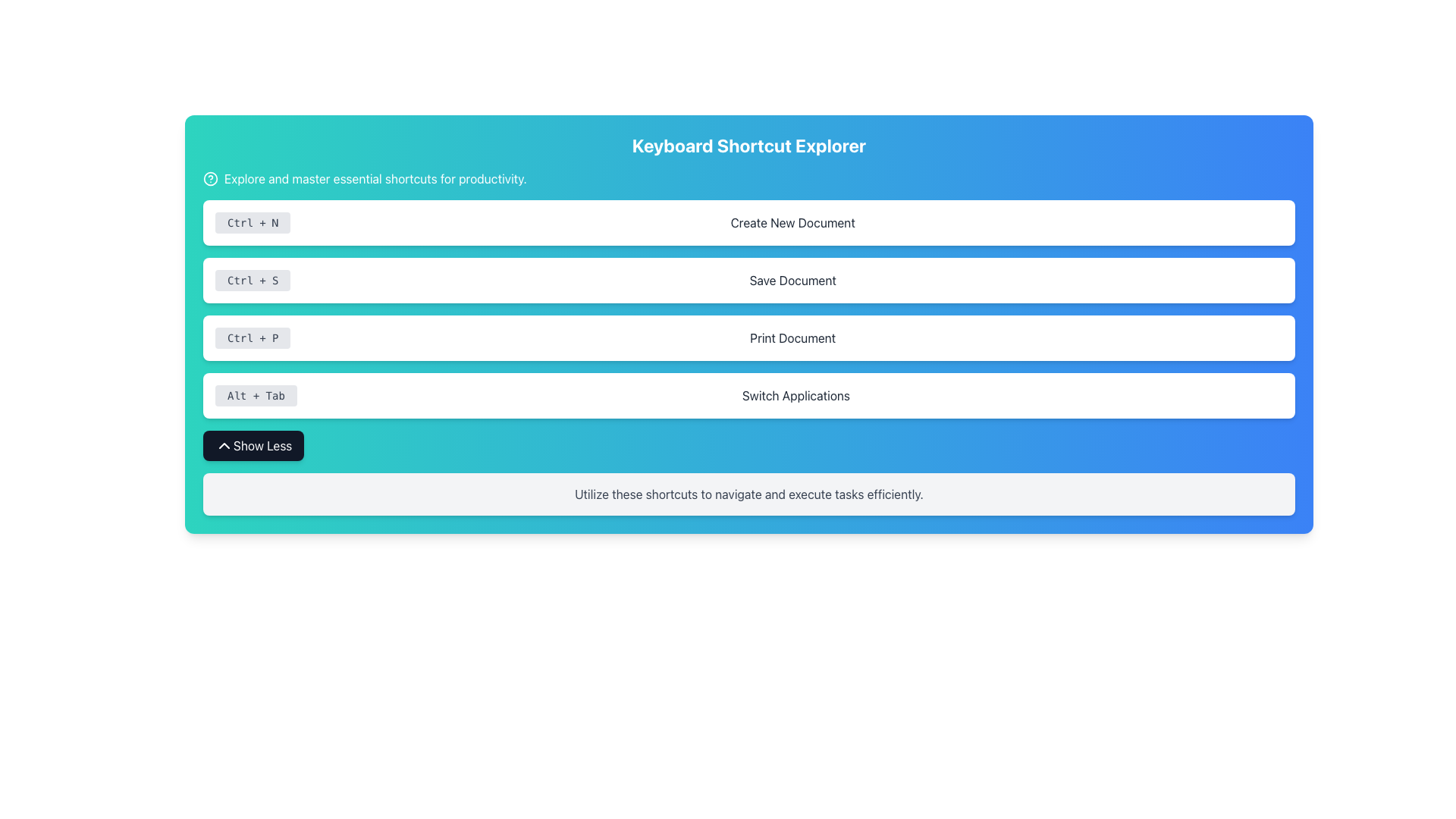  I want to click on the Informational Text Box with a light gray background and rounded corners, containing the text 'Utilize these shortcuts to navigate and execute tasks efficiently.', so click(749, 494).